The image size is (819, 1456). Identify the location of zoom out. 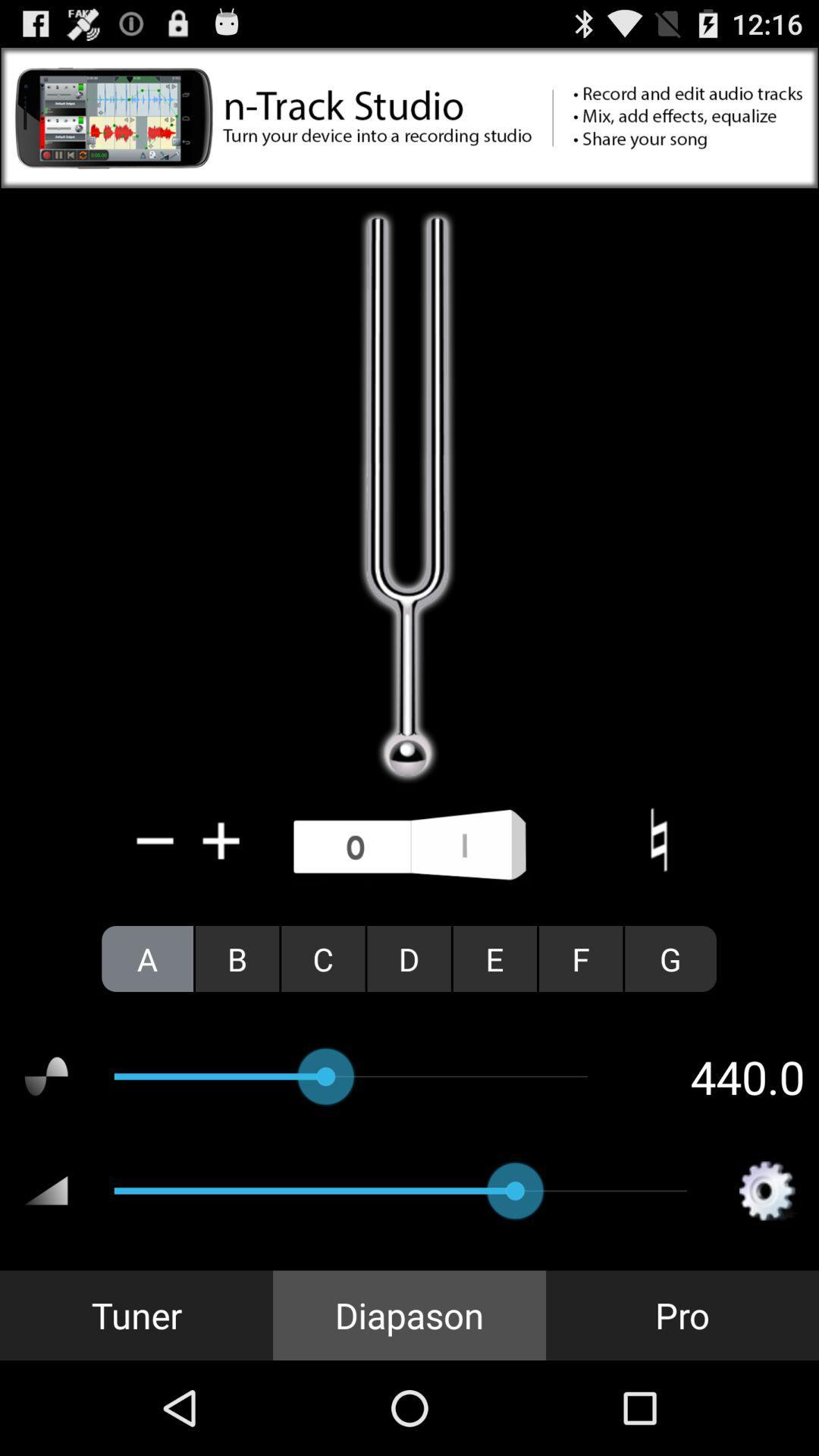
(155, 839).